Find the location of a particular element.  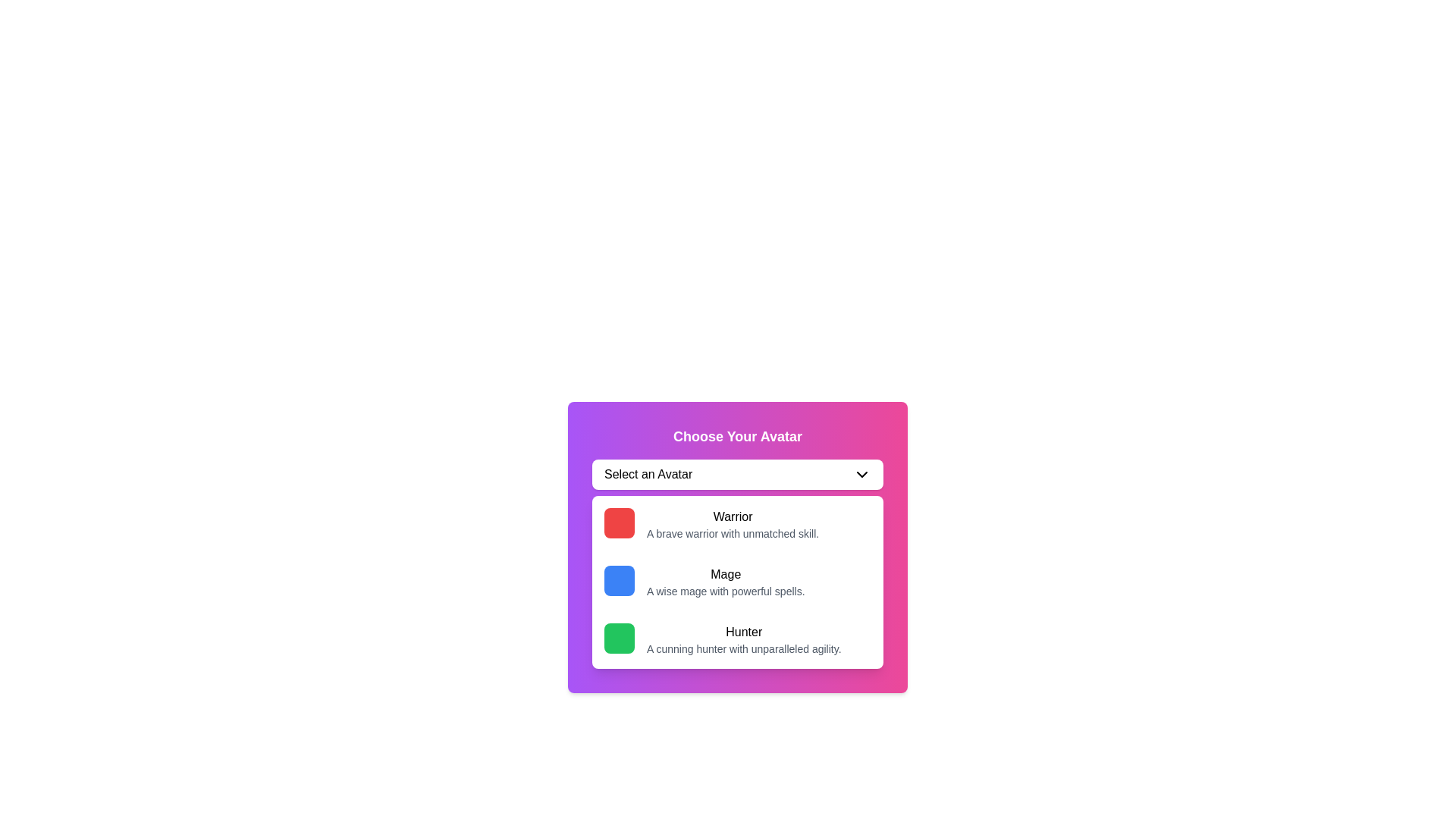

the 'Warrior' avatar option in the dropdown section is located at coordinates (733, 523).